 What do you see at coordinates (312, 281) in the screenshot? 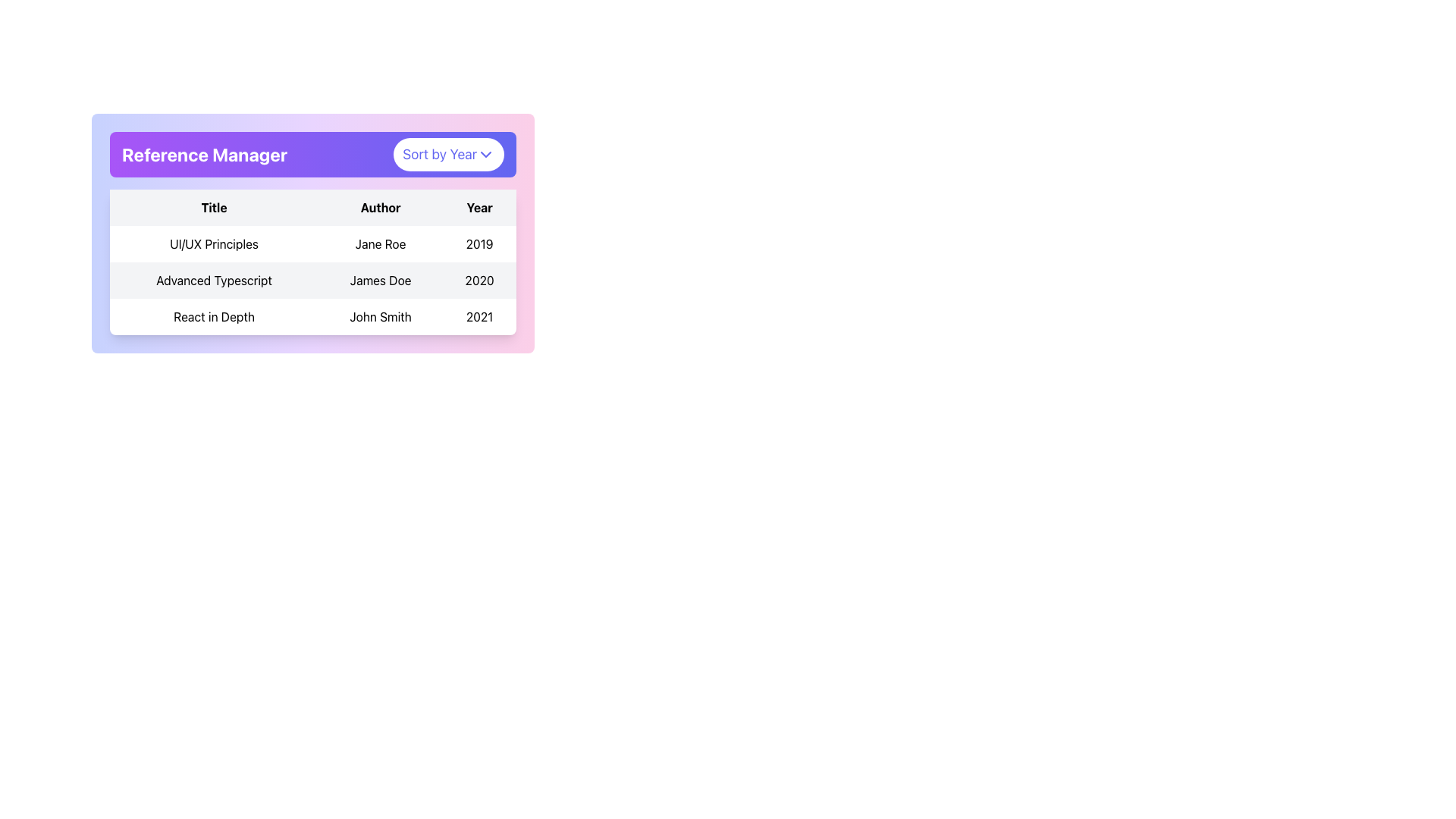
I see `the second row of the data table displaying the record for 'Advanced Typescript' by 'James Doe' from the year '2020'` at bounding box center [312, 281].